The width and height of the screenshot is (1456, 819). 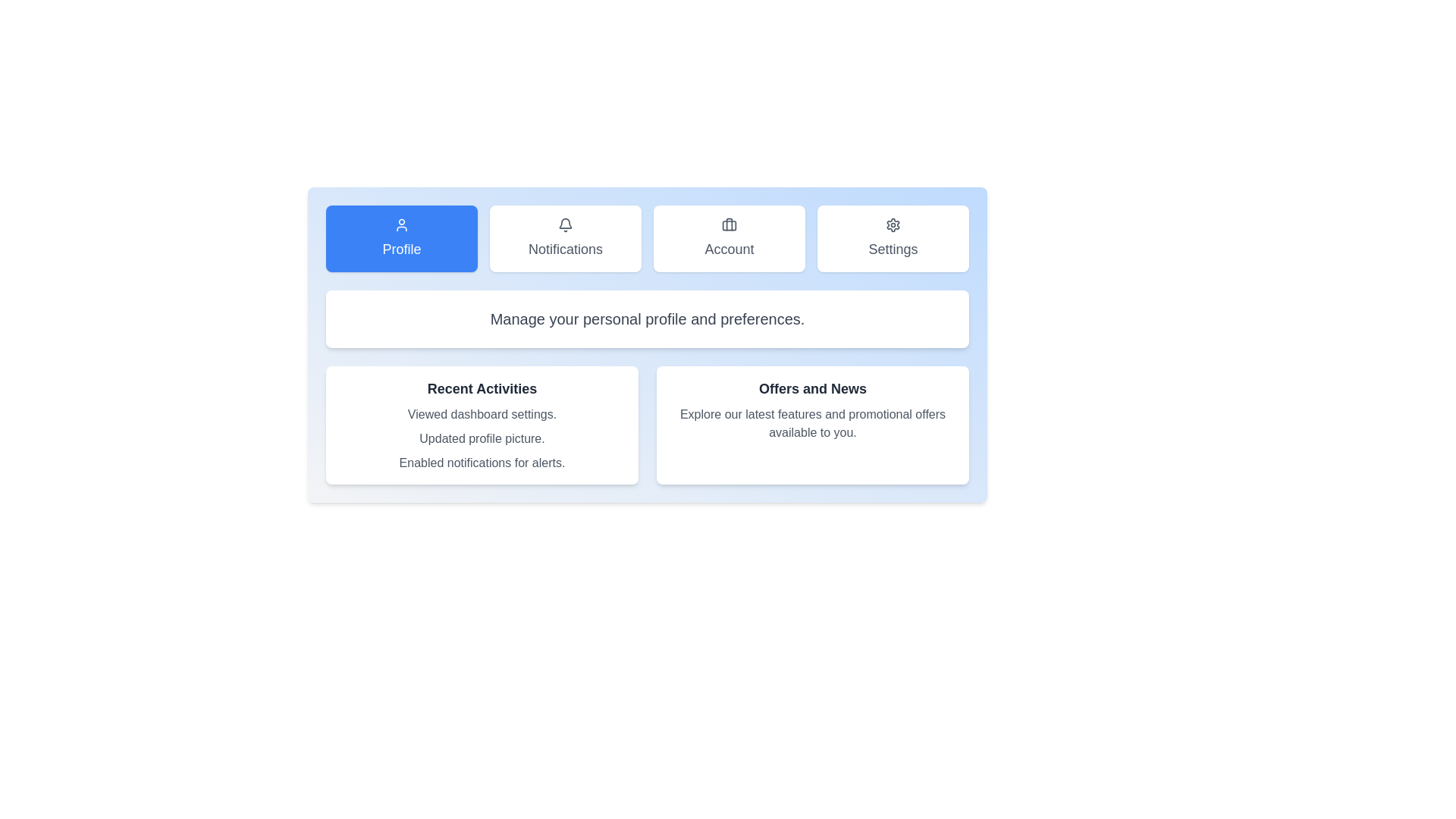 What do you see at coordinates (811, 425) in the screenshot?
I see `the Informative card located to the right of the 'Recent Activities' card in the second row of the two-column grid layout` at bounding box center [811, 425].